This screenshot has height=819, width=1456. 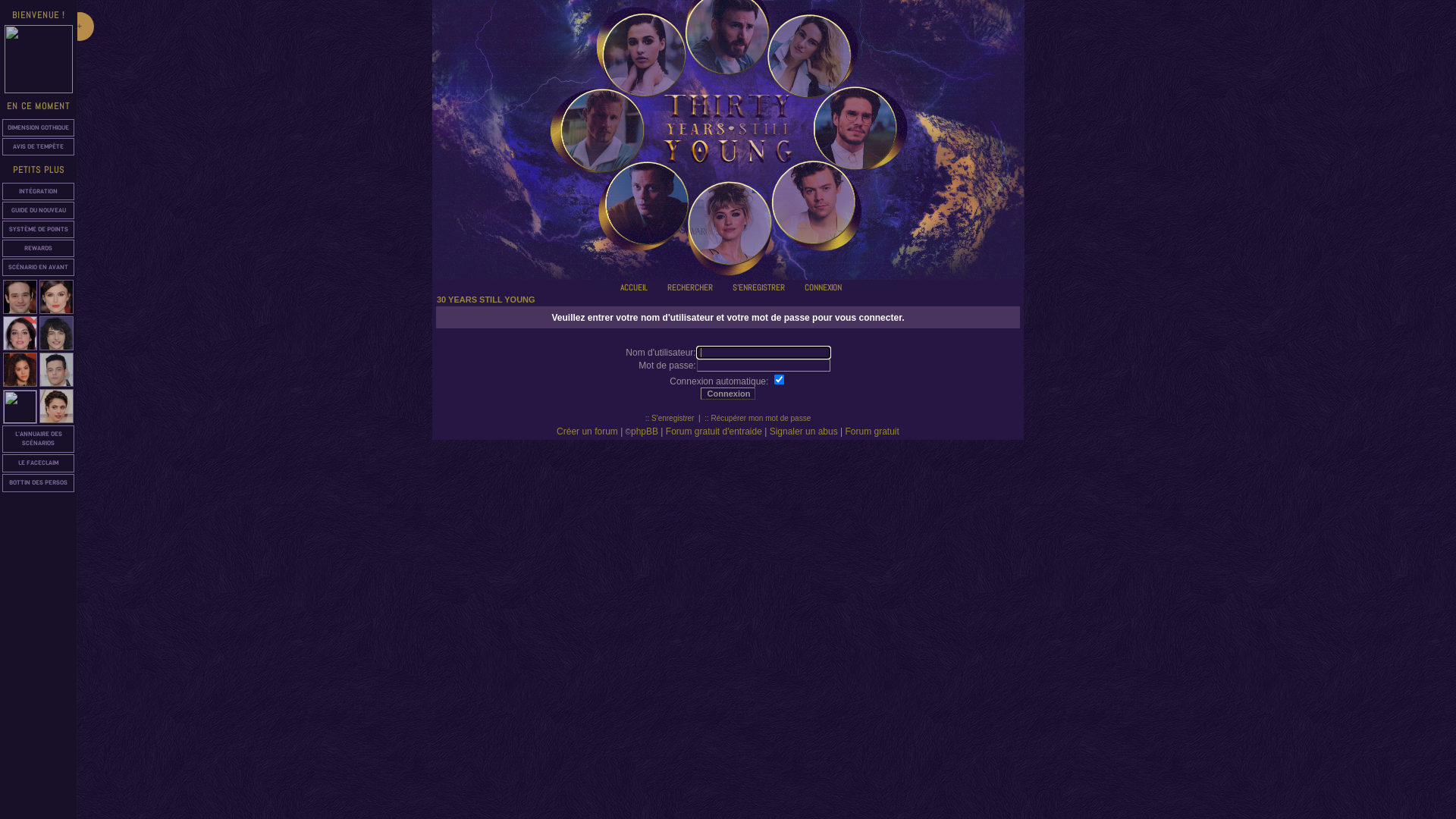 What do you see at coordinates (728, 393) in the screenshot?
I see `'Connexion'` at bounding box center [728, 393].